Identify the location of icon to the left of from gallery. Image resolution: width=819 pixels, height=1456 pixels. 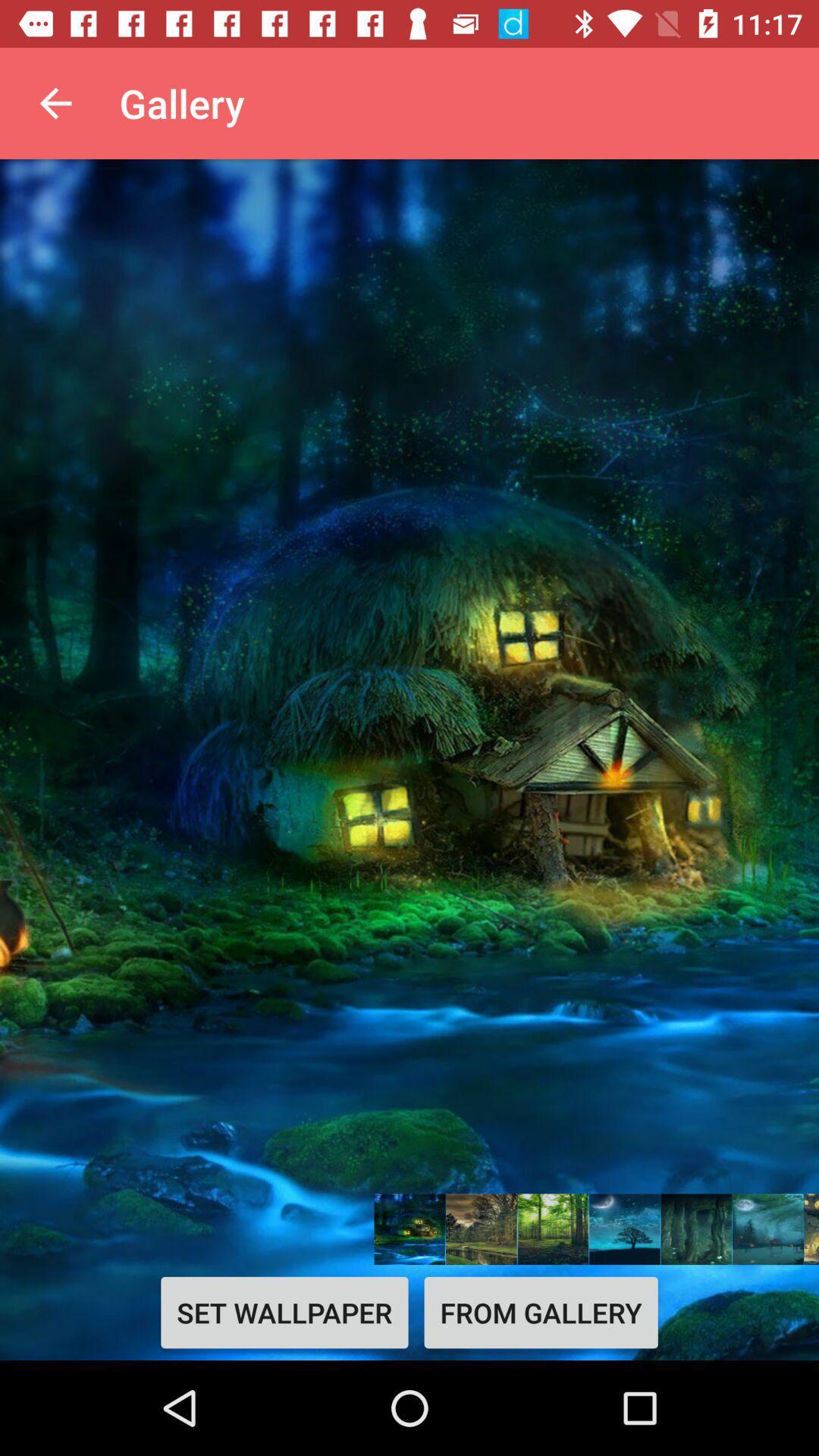
(284, 1312).